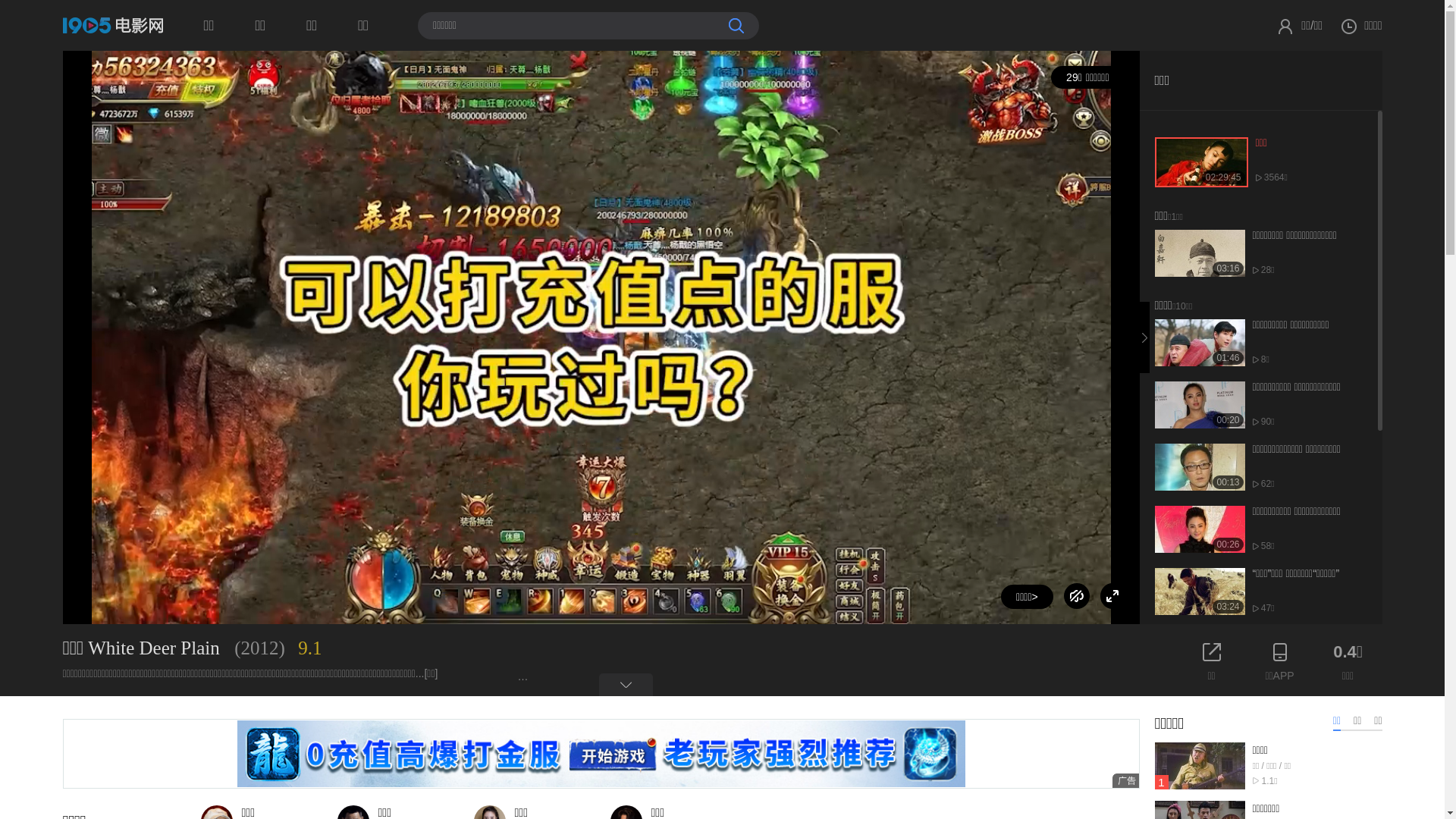 The width and height of the screenshot is (1456, 819). What do you see at coordinates (1198, 766) in the screenshot?
I see `'1'` at bounding box center [1198, 766].